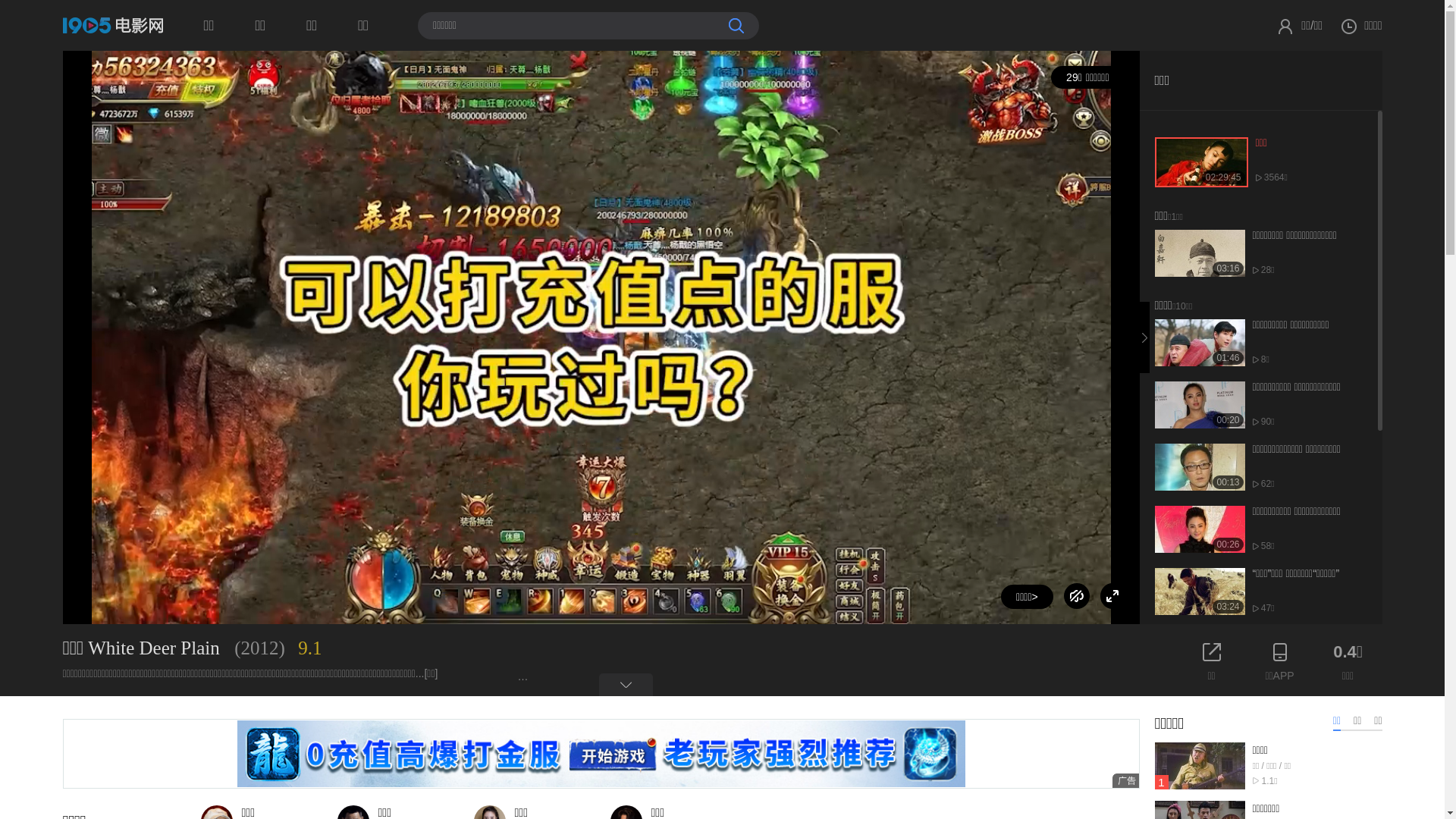 The width and height of the screenshot is (1456, 819). What do you see at coordinates (1198, 766) in the screenshot?
I see `'1'` at bounding box center [1198, 766].